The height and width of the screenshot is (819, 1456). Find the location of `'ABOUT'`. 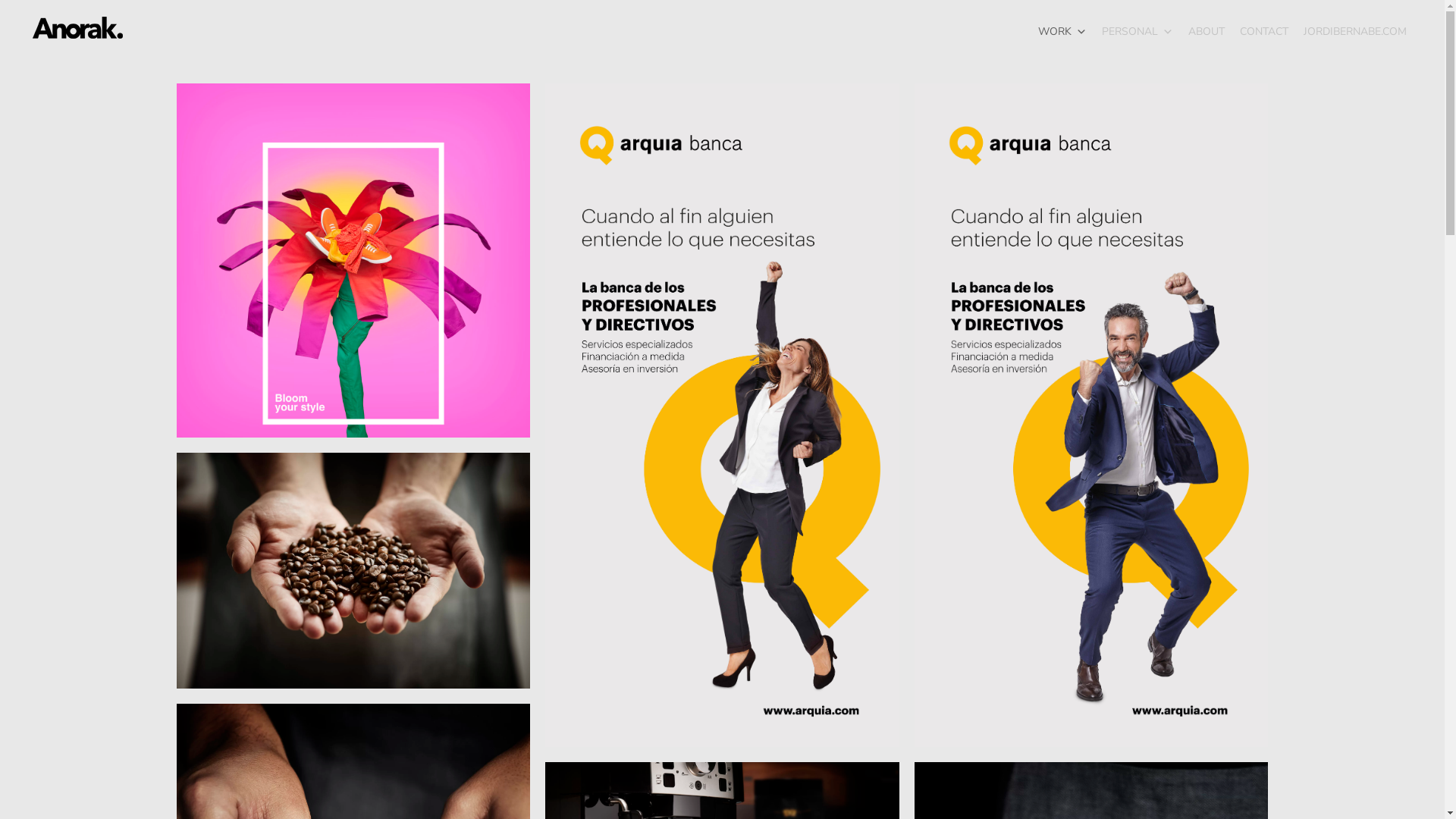

'ABOUT' is located at coordinates (1205, 32).